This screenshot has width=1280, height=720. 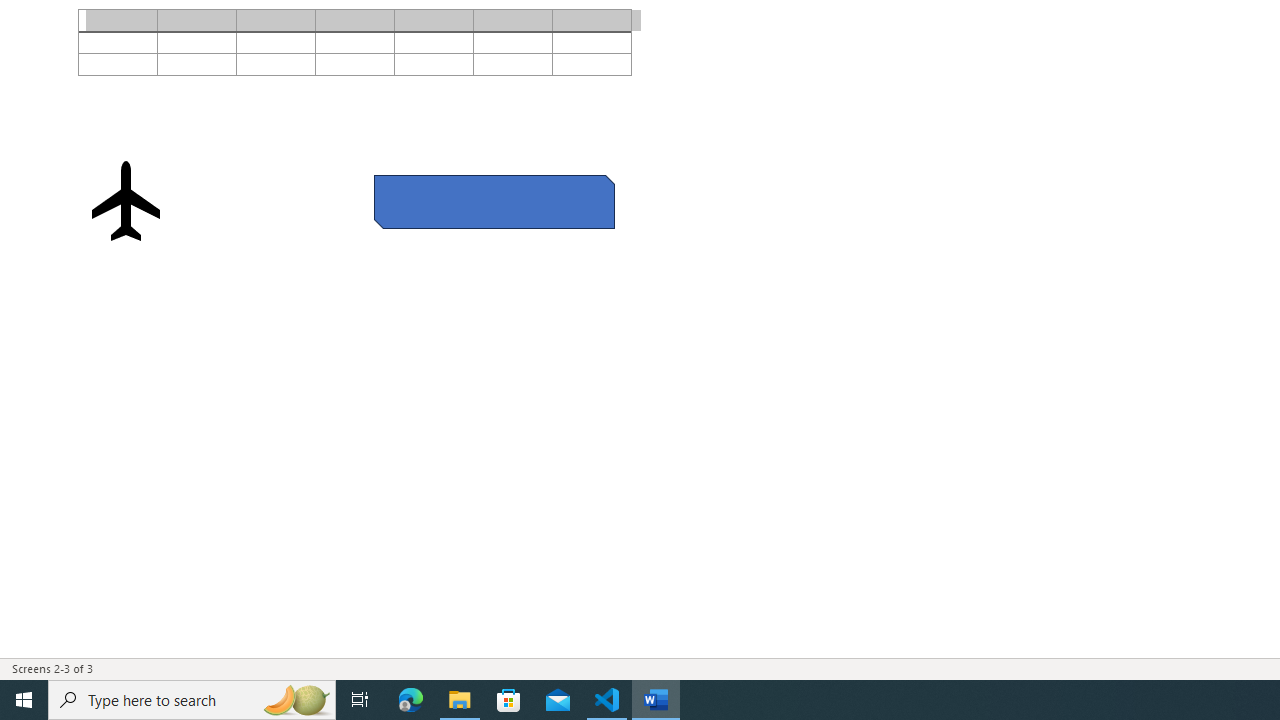 I want to click on 'Page Number Screens 2-3 of 3 ', so click(x=52, y=669).